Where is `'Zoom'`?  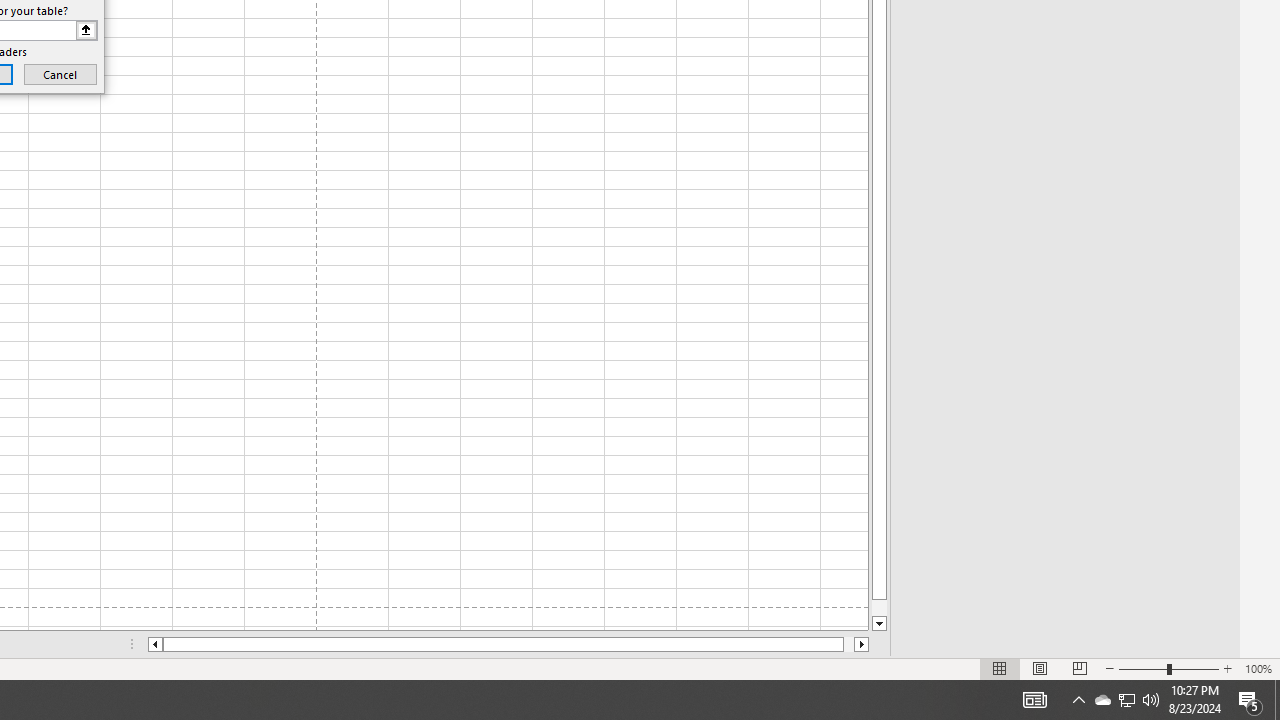 'Zoom' is located at coordinates (1168, 669).